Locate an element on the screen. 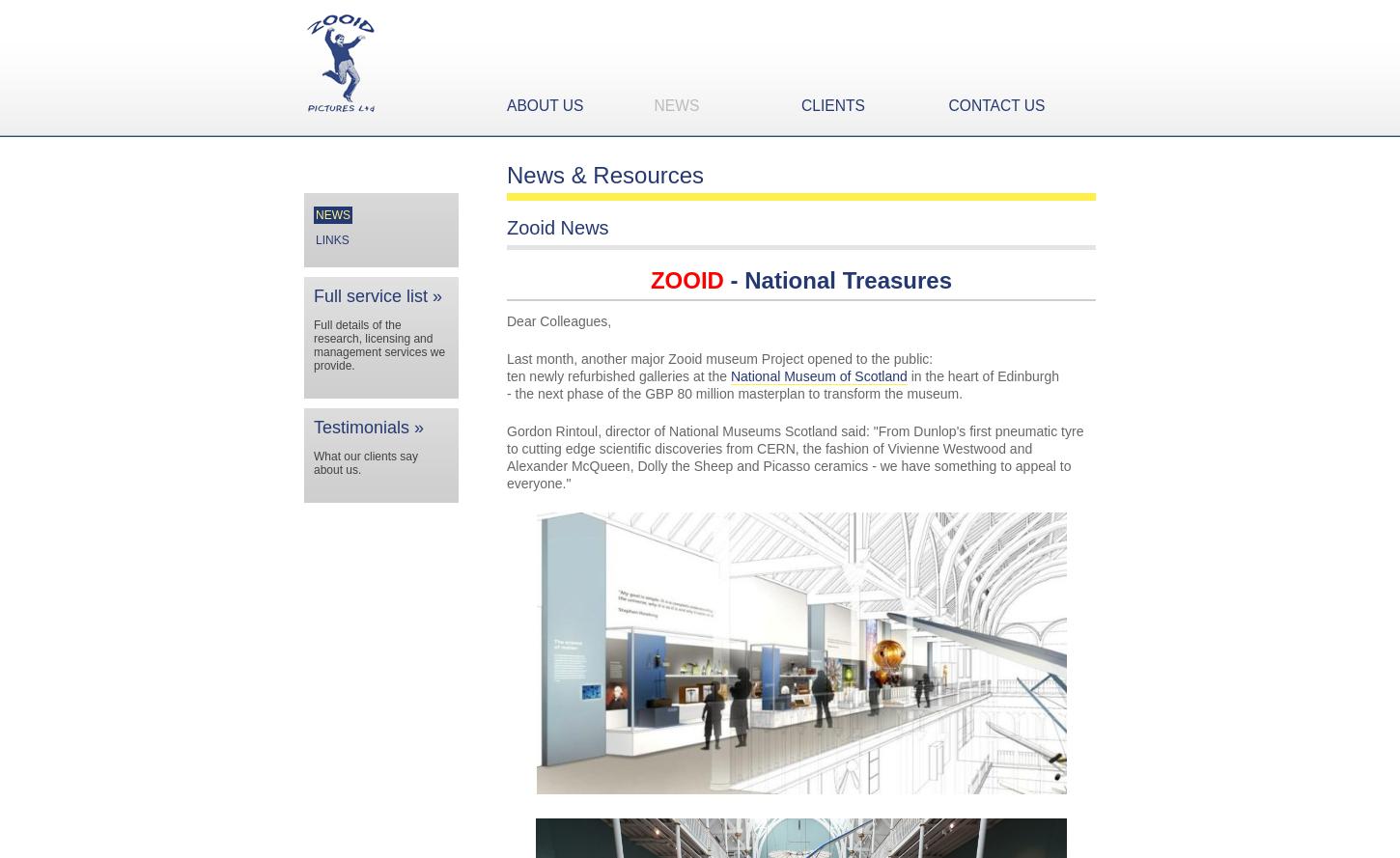 The width and height of the screenshot is (1400, 858). 'National Museum of Scotland' is located at coordinates (817, 376).